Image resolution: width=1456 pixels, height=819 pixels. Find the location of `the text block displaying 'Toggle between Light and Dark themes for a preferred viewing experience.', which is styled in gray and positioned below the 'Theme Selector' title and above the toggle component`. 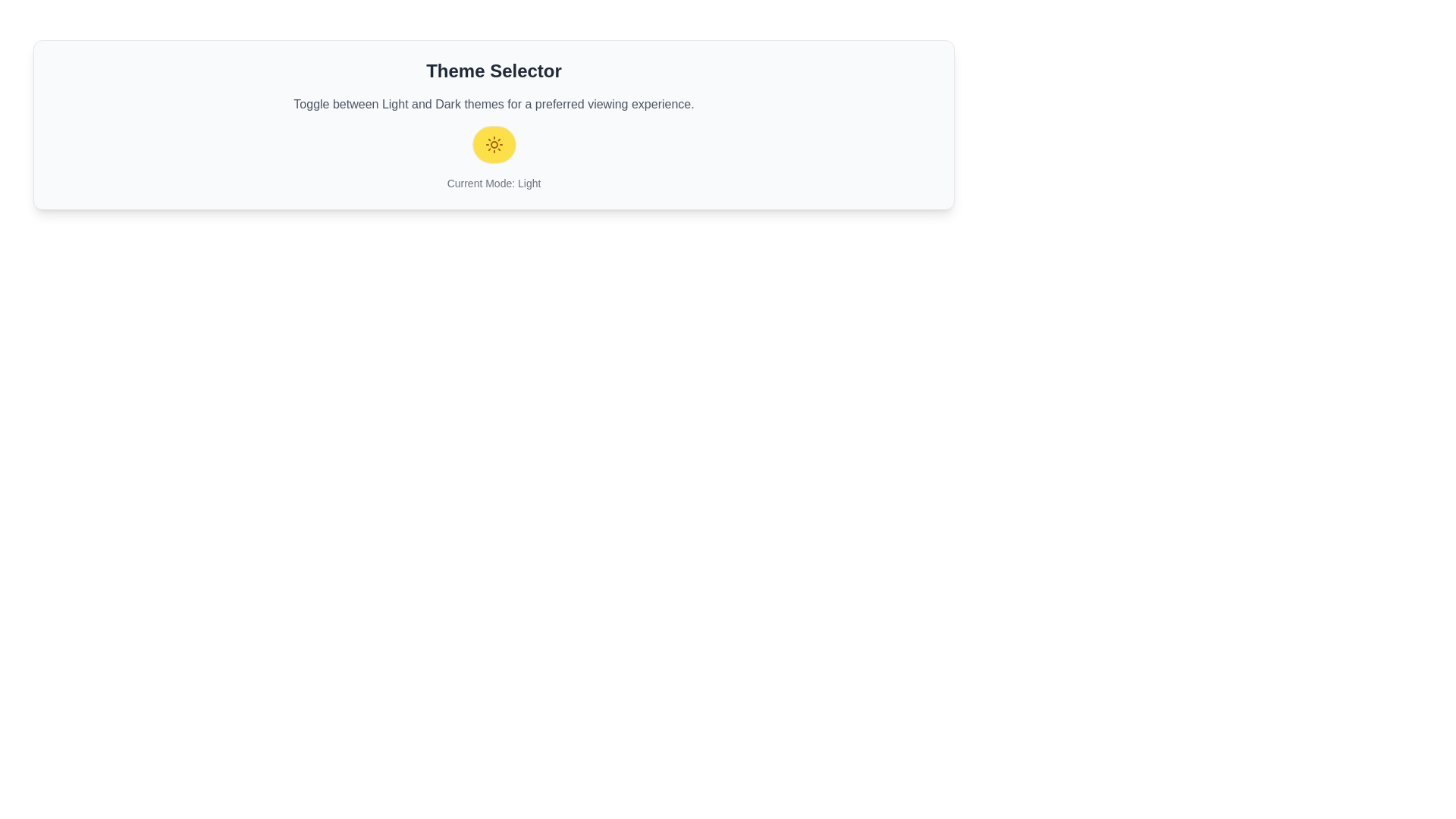

the text block displaying 'Toggle between Light and Dark themes for a preferred viewing experience.', which is styled in gray and positioned below the 'Theme Selector' title and above the toggle component is located at coordinates (494, 104).